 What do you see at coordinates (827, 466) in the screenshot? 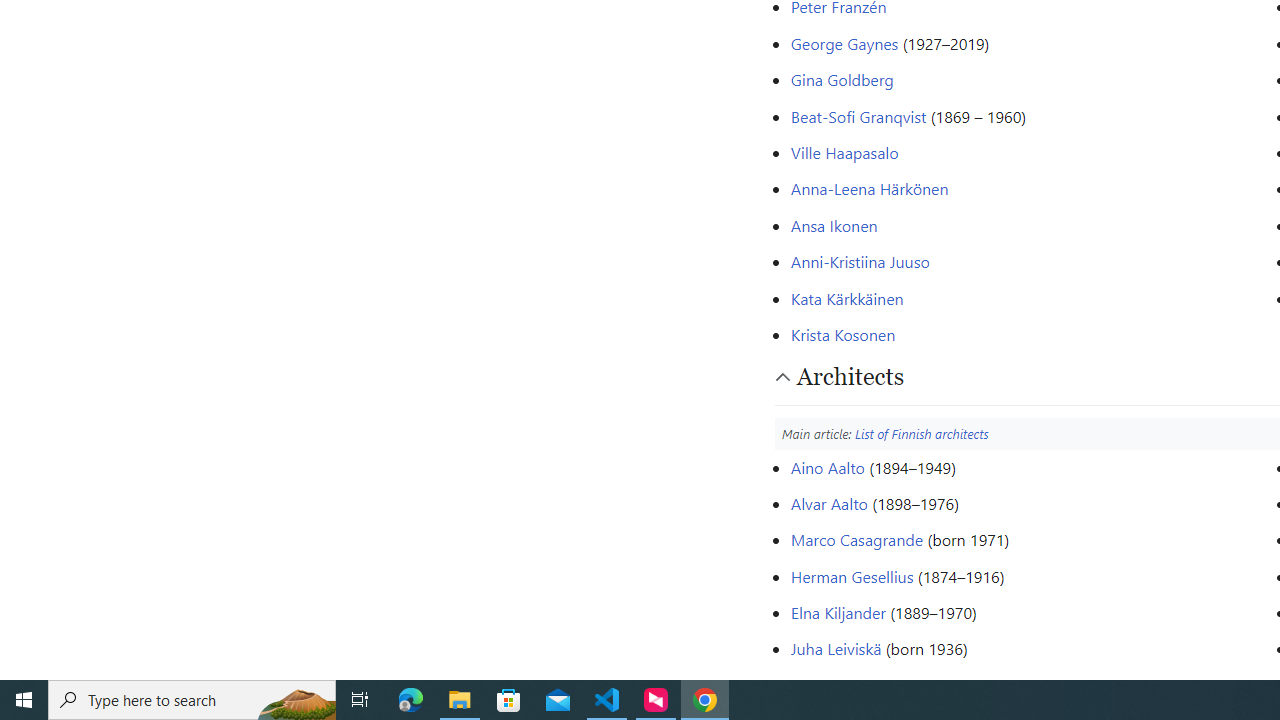
I see `'Aino Aalto'` at bounding box center [827, 466].